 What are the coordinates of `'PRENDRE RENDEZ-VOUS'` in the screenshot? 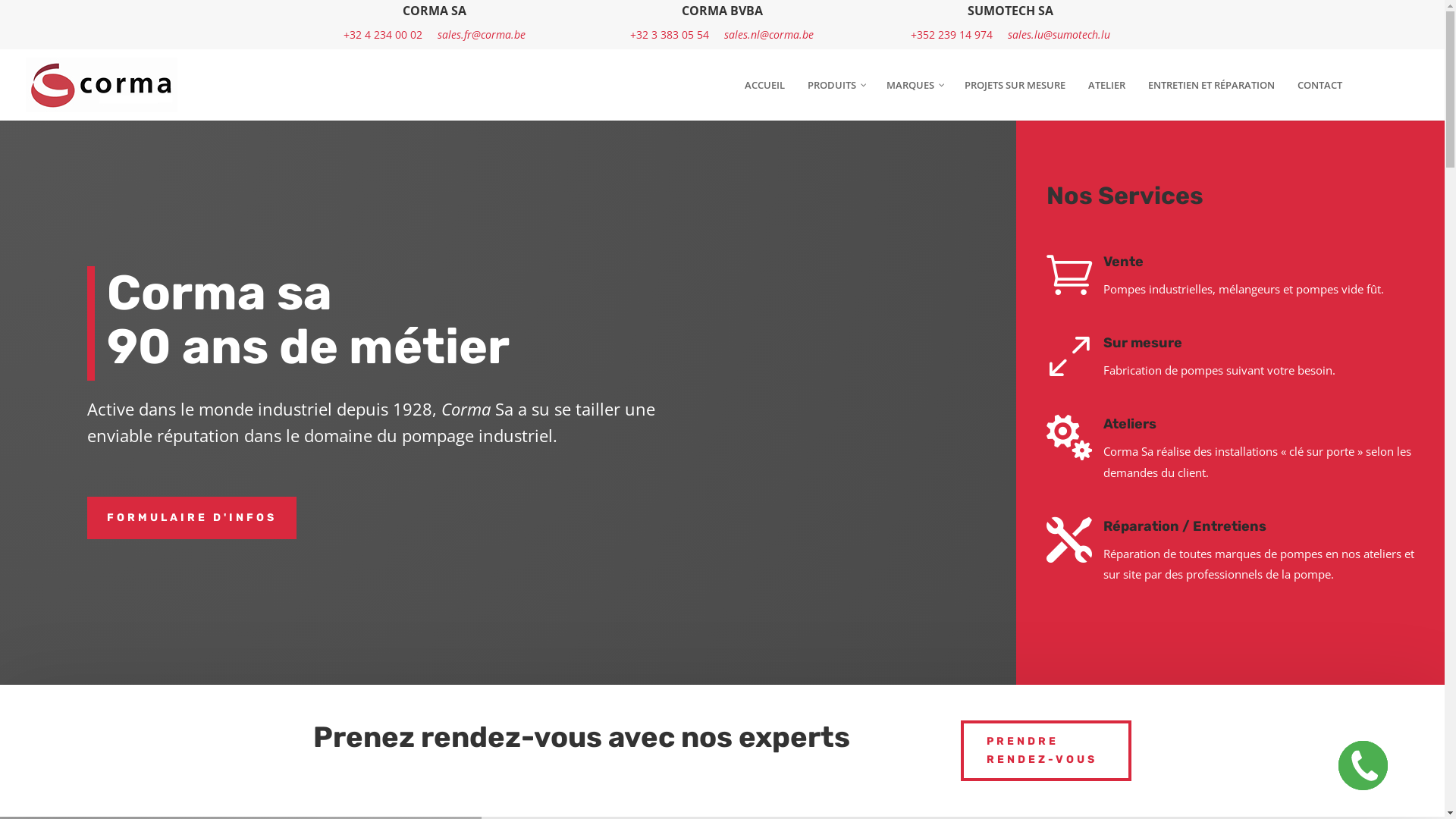 It's located at (1045, 751).